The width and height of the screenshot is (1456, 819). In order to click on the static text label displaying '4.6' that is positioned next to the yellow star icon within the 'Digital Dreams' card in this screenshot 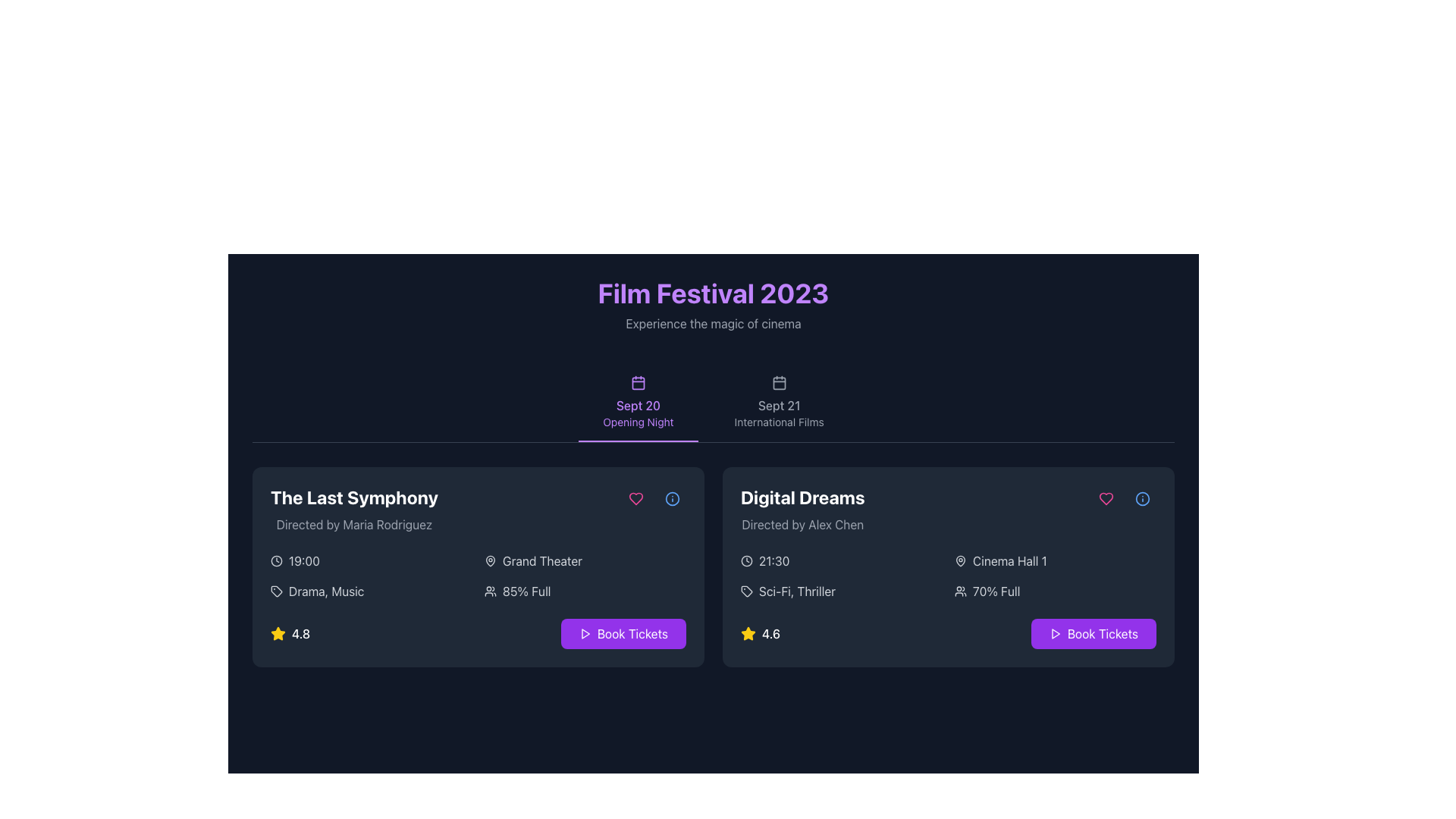, I will do `click(771, 634)`.